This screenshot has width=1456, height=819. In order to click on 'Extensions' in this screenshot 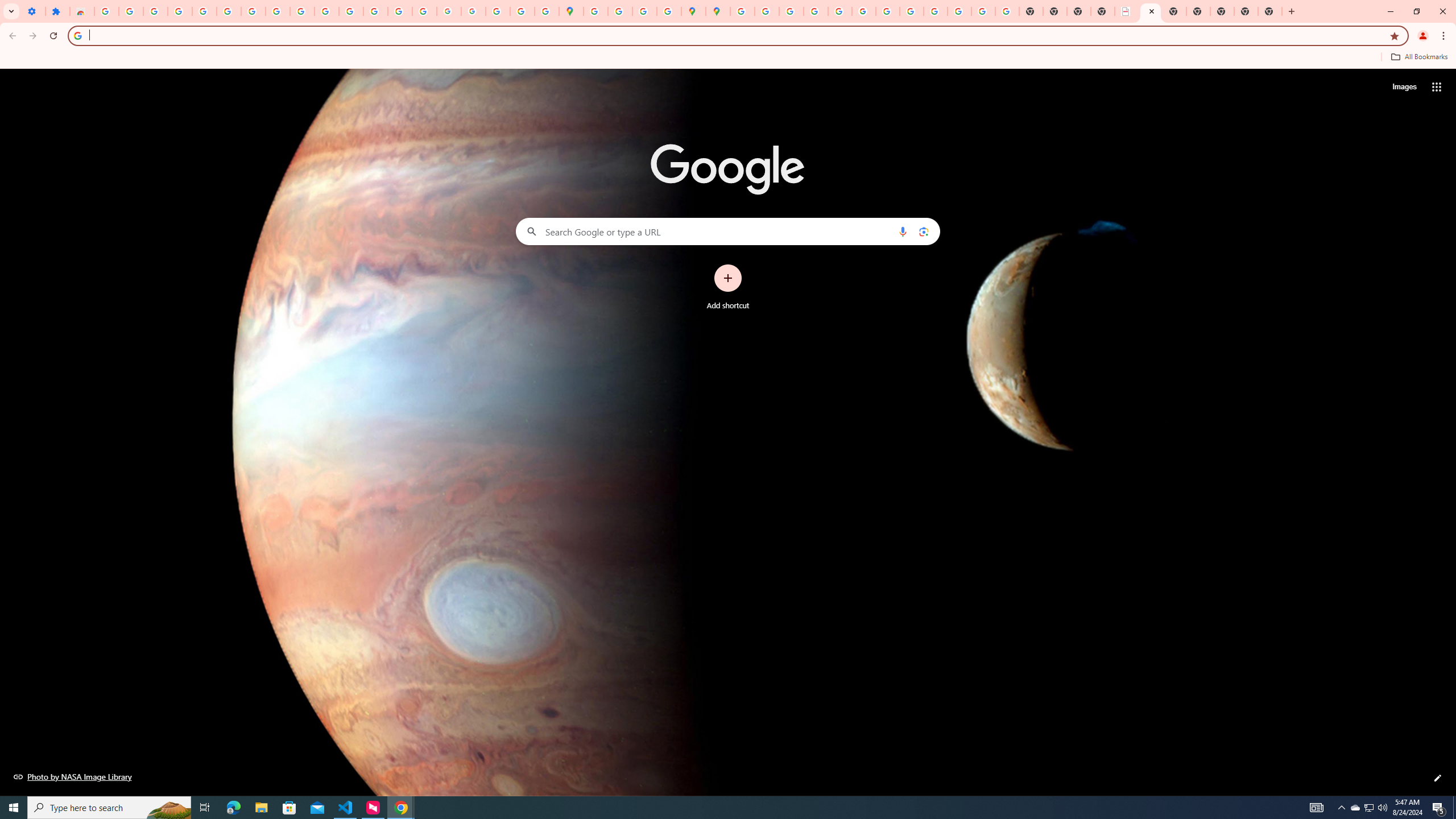, I will do `click(57, 11)`.